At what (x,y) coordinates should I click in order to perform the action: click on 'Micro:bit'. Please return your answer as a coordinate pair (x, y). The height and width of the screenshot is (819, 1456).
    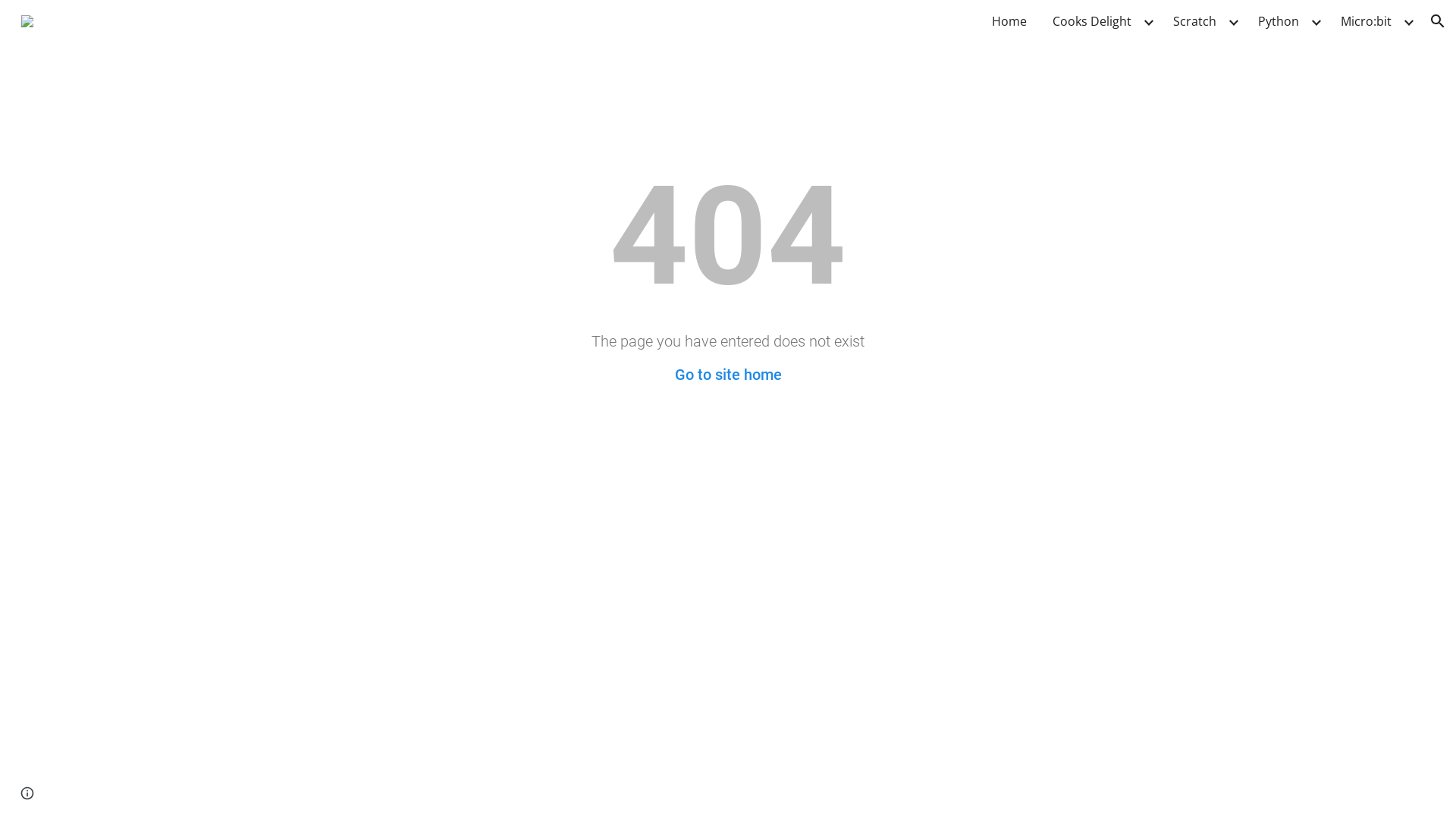
    Looking at the image, I should click on (1332, 20).